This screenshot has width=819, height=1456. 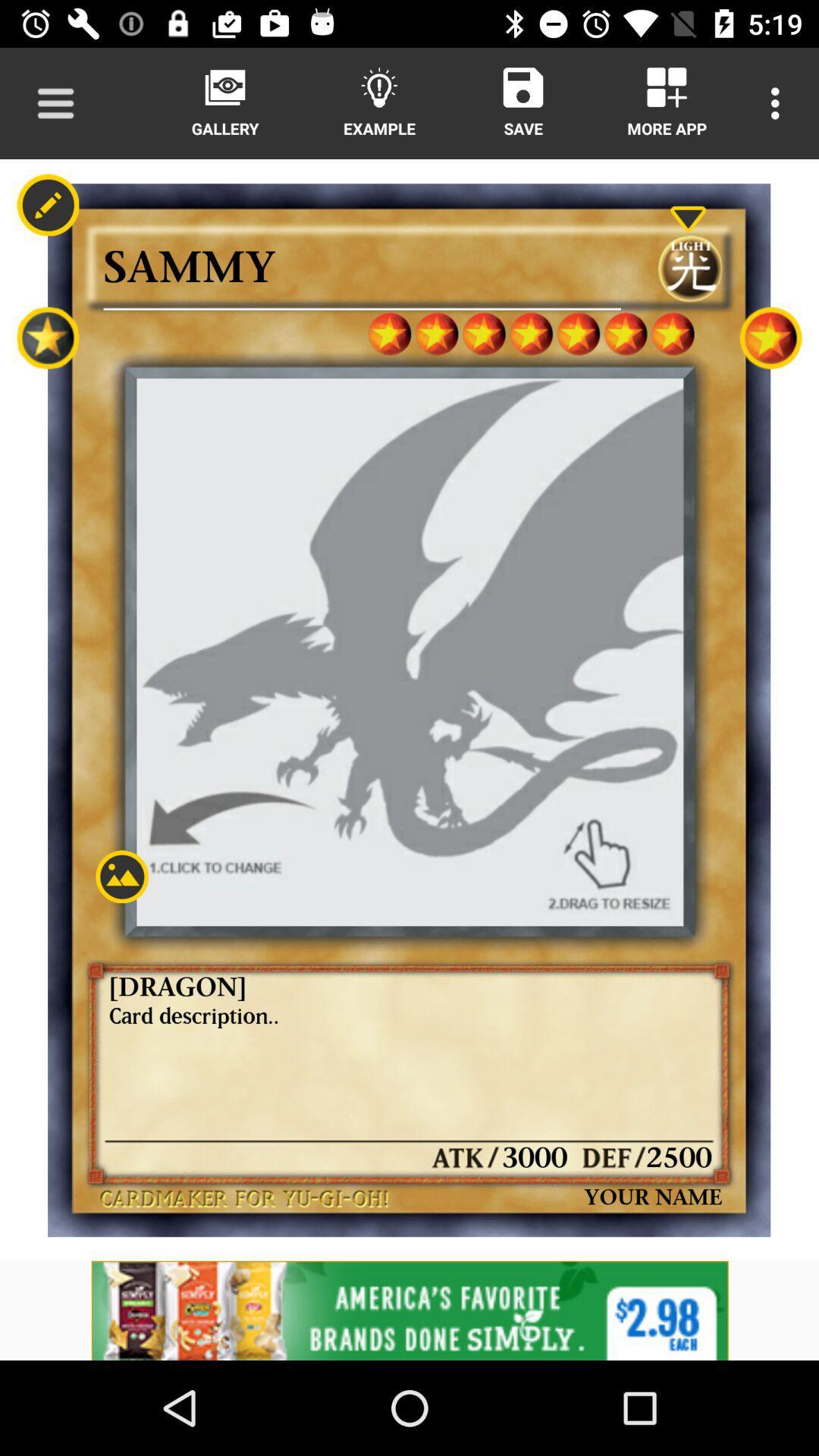 What do you see at coordinates (55, 102) in the screenshot?
I see `navigation menu` at bounding box center [55, 102].